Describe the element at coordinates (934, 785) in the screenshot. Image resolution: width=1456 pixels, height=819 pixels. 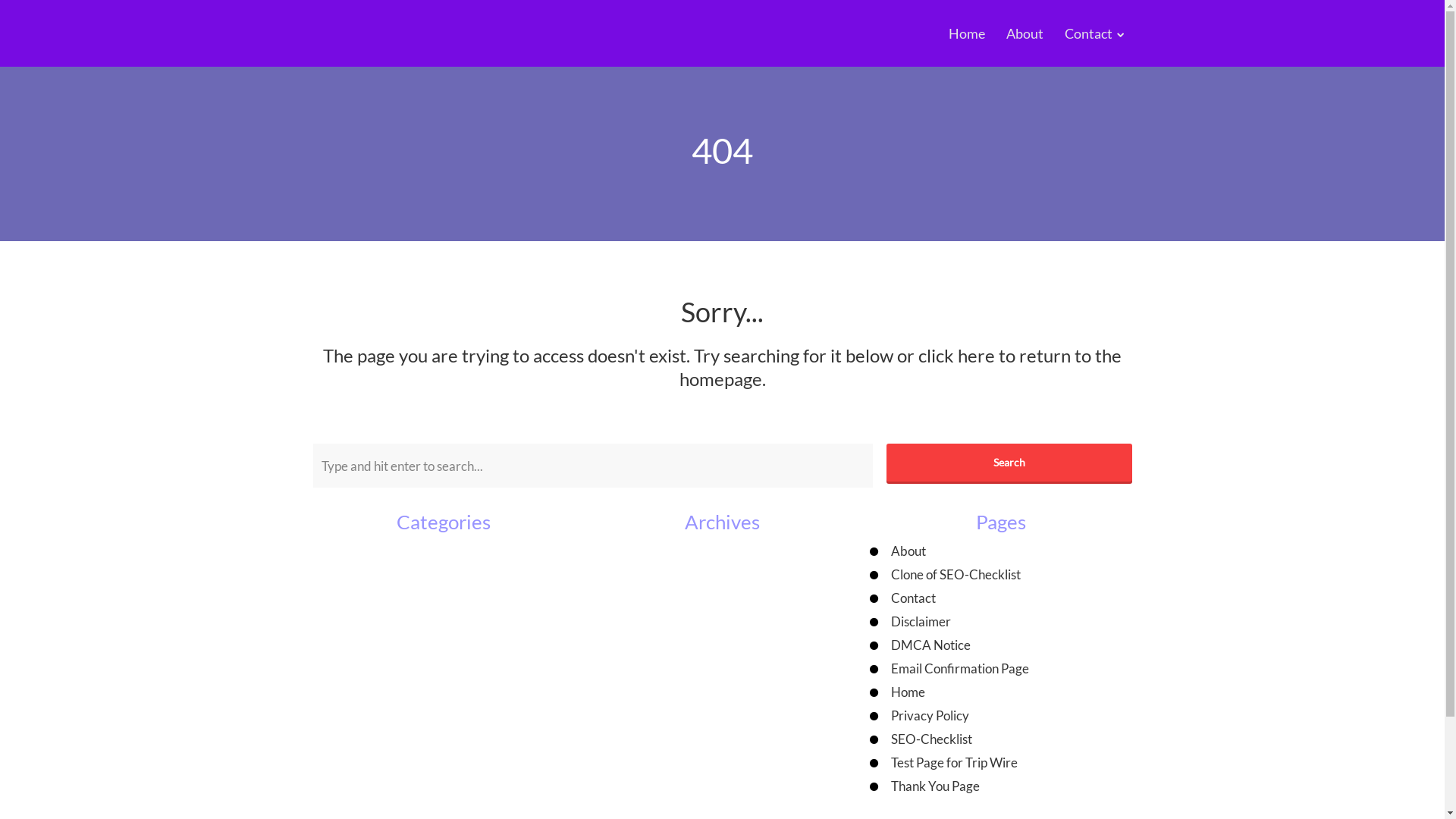
I see `'Thank You Page'` at that location.